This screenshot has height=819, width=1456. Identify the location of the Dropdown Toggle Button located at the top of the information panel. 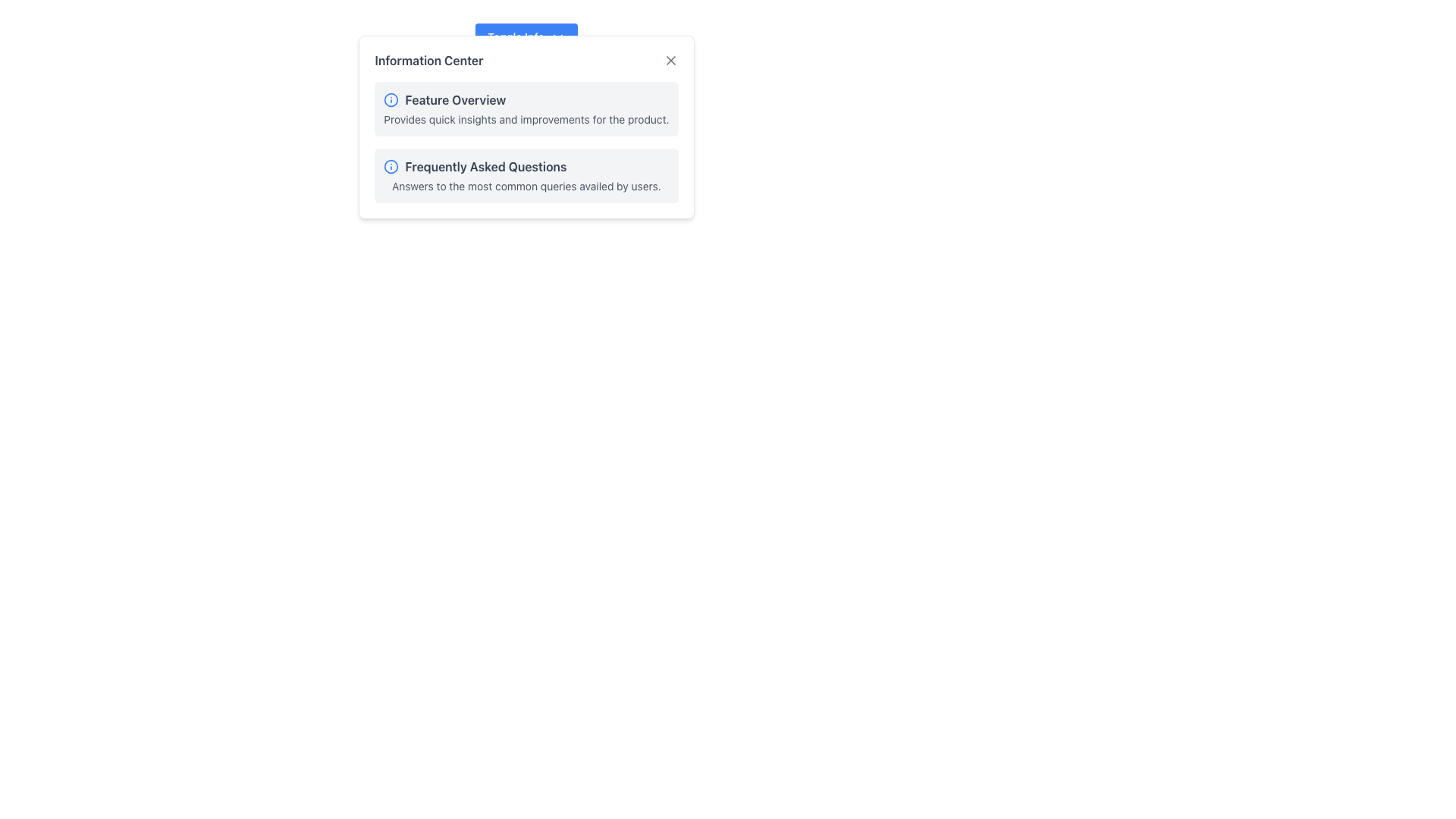
(526, 36).